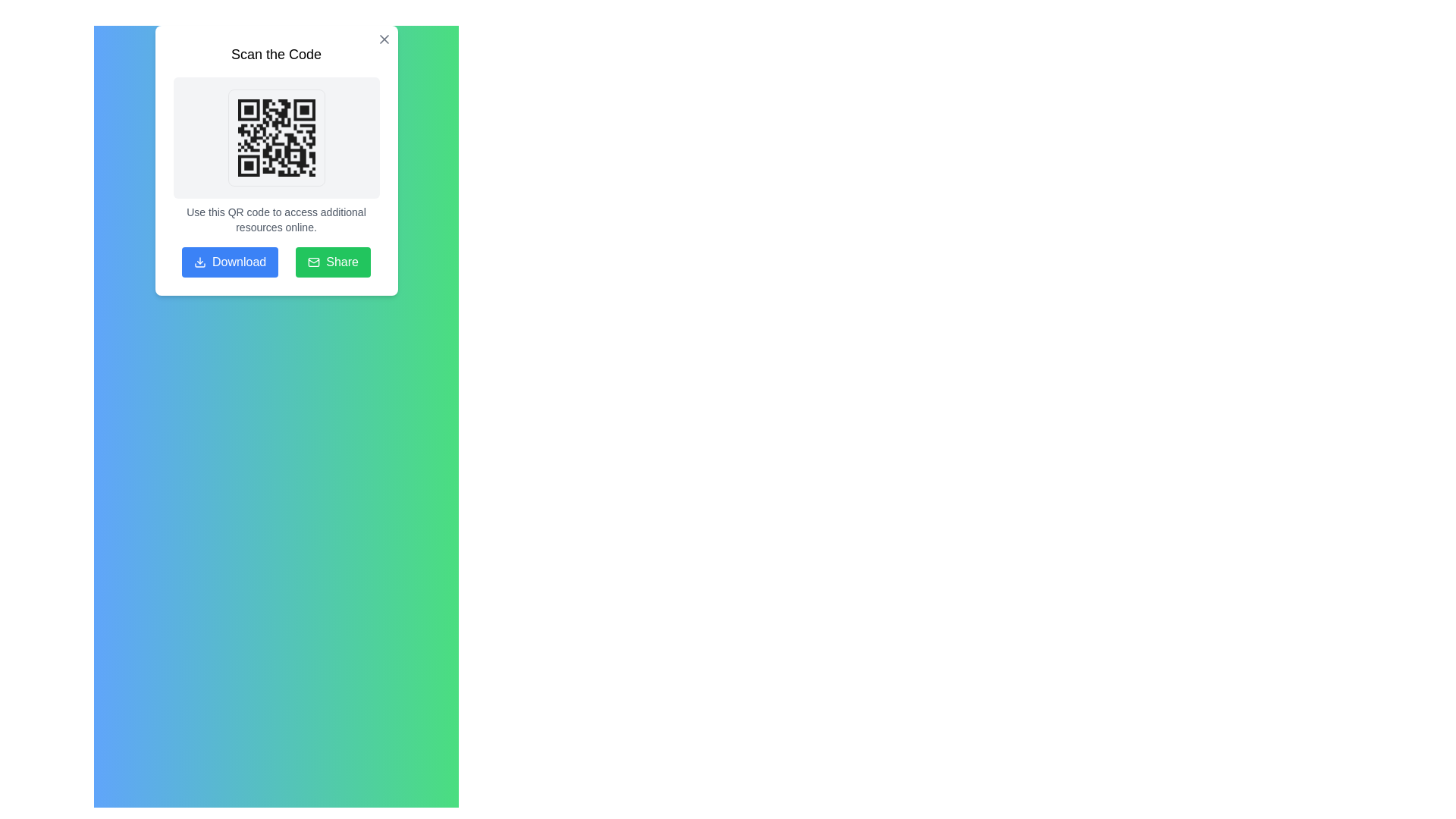  What do you see at coordinates (313, 262) in the screenshot?
I see `the 'Share' button icon located to the left of the text label 'Share'` at bounding box center [313, 262].